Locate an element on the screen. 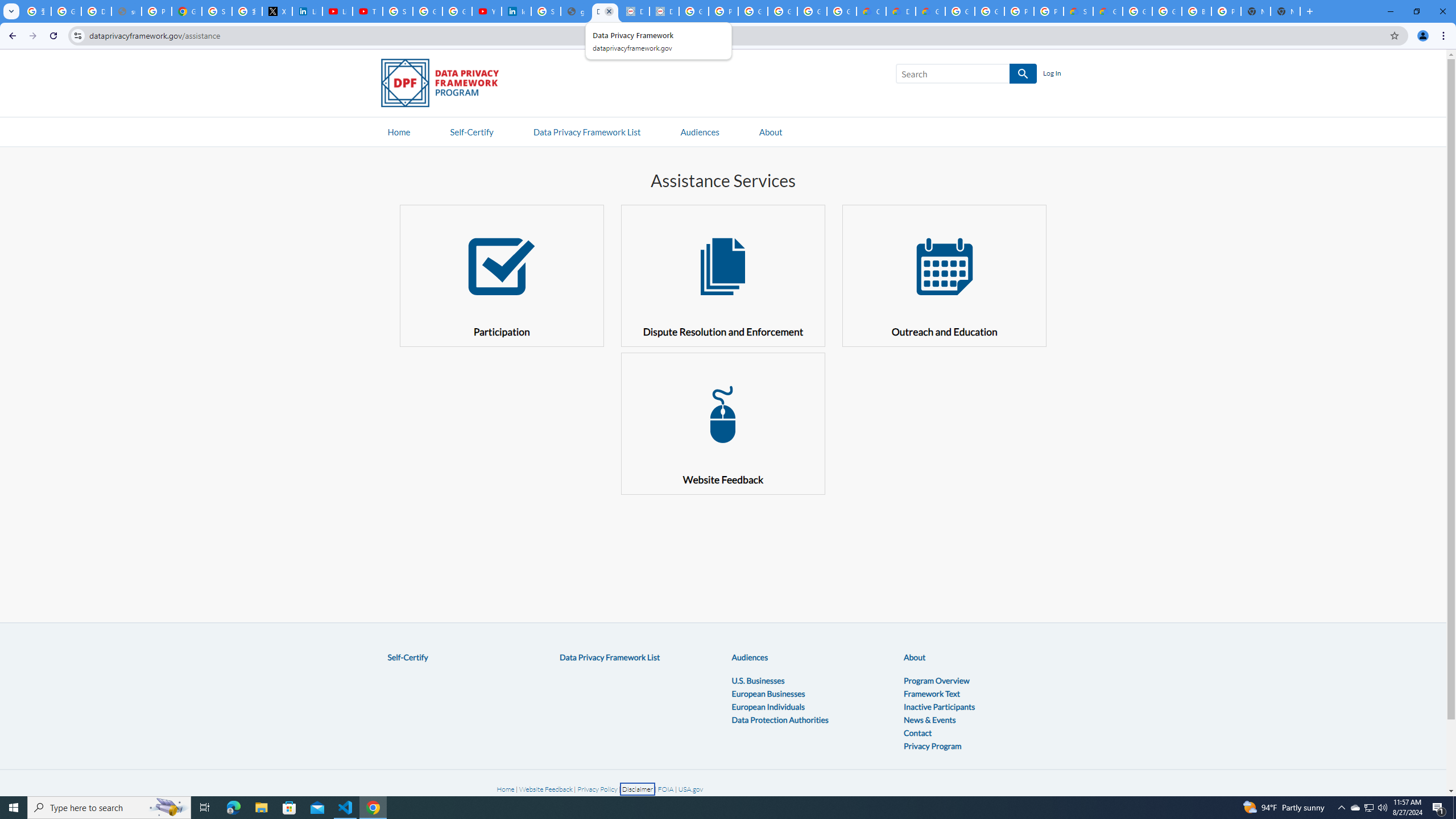  'LinkedIn - YouTube' is located at coordinates (337, 11).